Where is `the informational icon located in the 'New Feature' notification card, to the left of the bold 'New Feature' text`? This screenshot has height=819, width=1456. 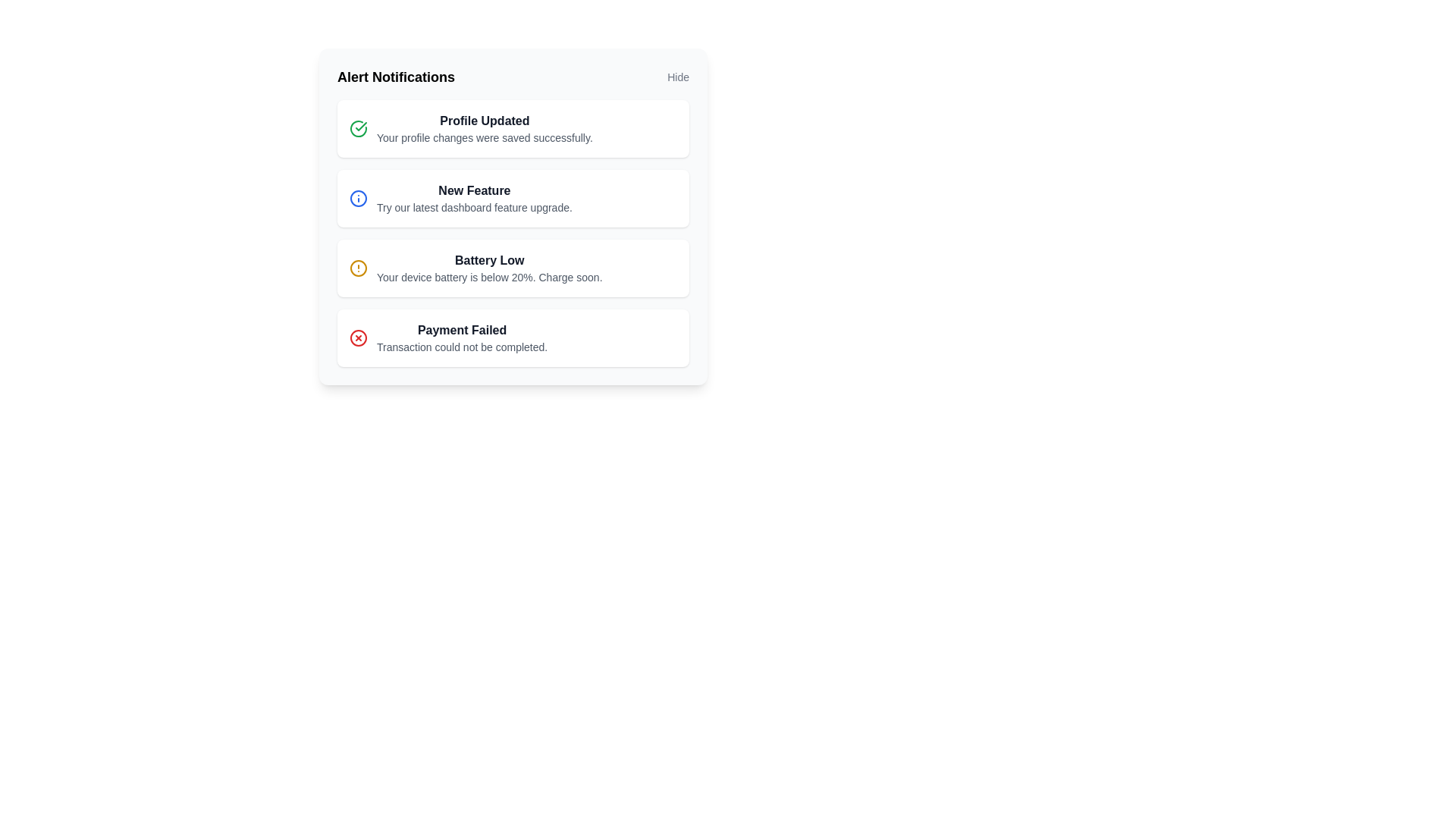 the informational icon located in the 'New Feature' notification card, to the left of the bold 'New Feature' text is located at coordinates (358, 198).